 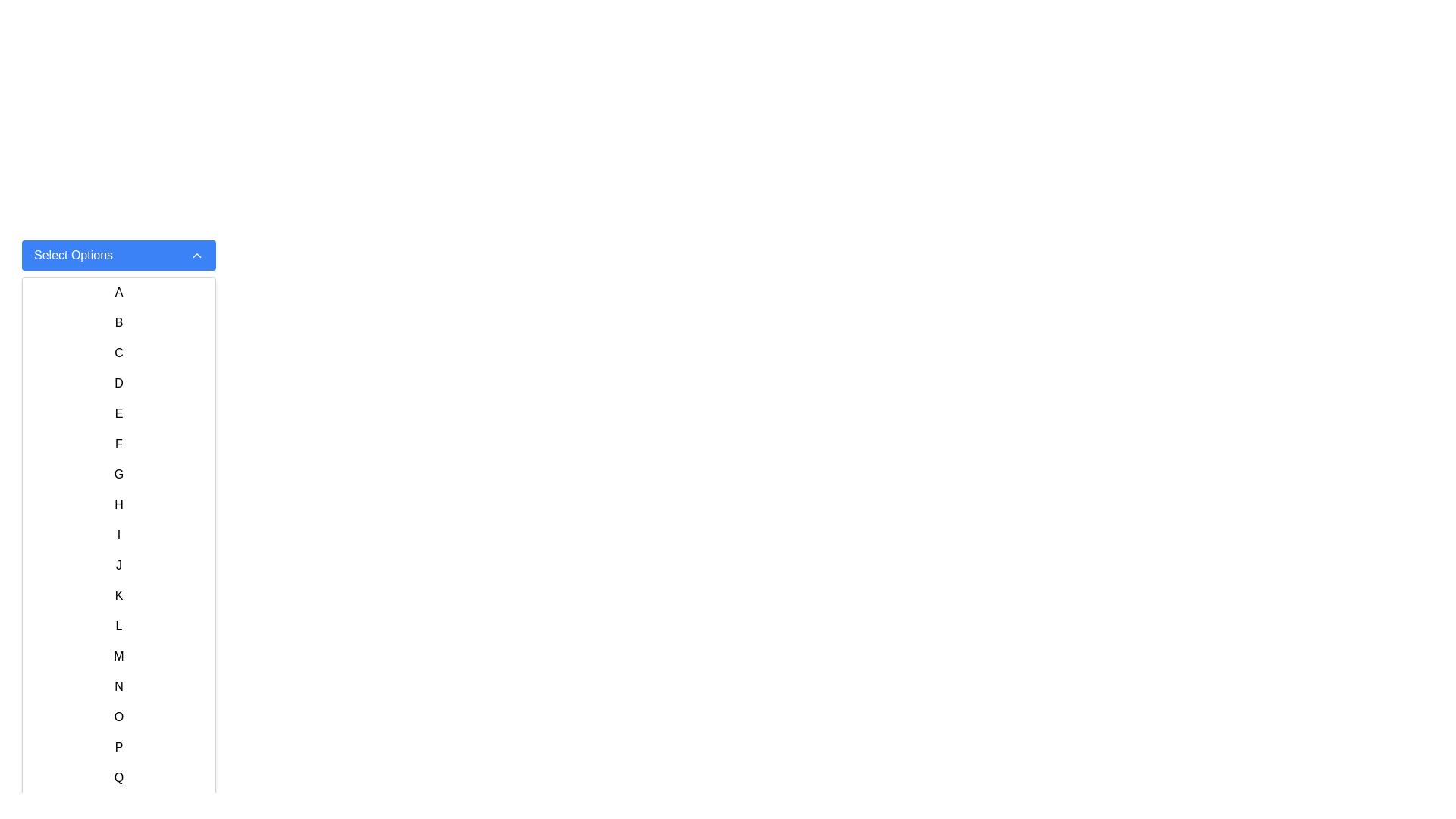 What do you see at coordinates (72, 254) in the screenshot?
I see `the text label 'Select Options' which is part of a dropdown trigger element on the left side of a button-like region` at bounding box center [72, 254].